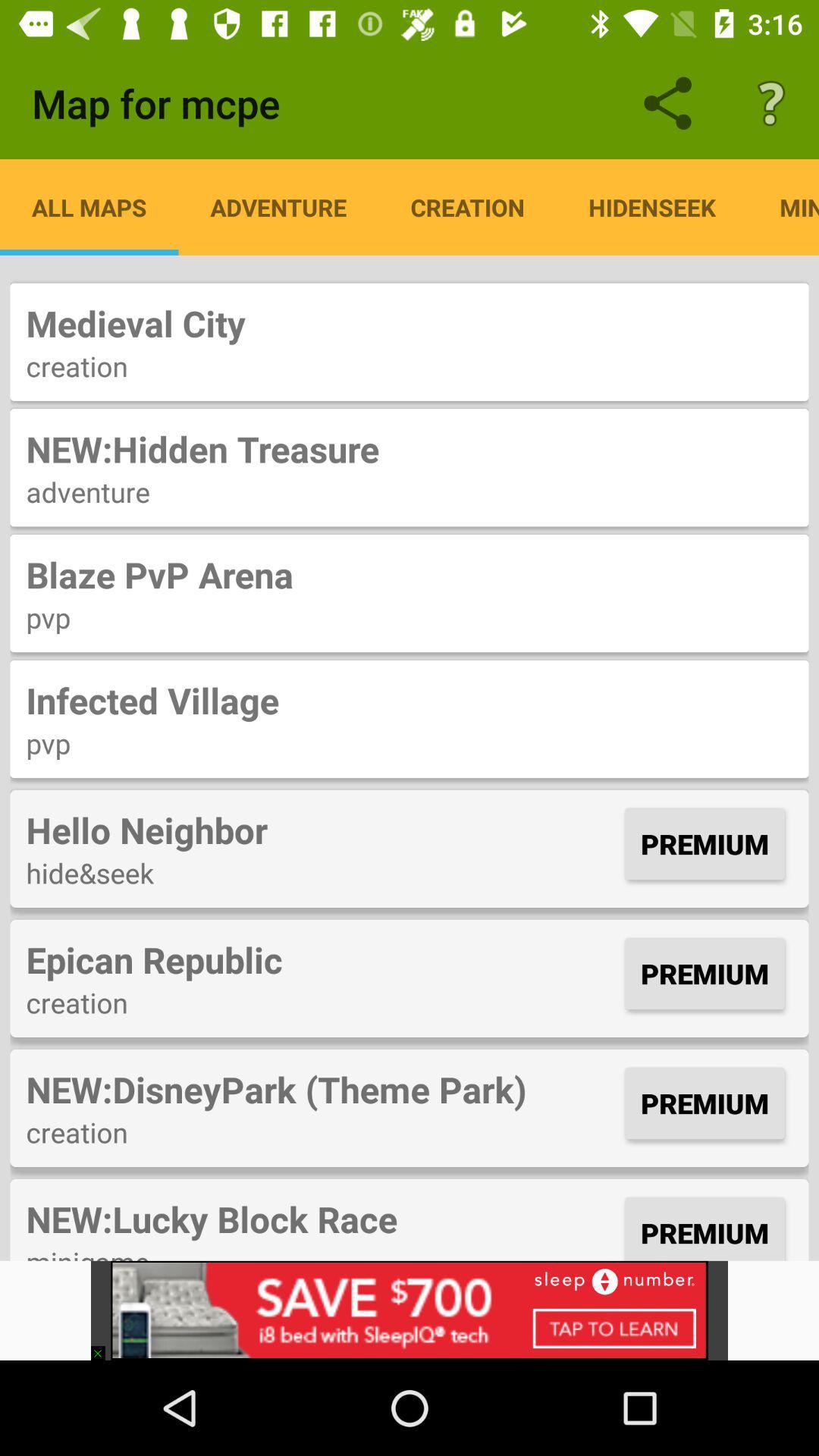 The width and height of the screenshot is (819, 1456). I want to click on the icon above pvp, so click(409, 573).